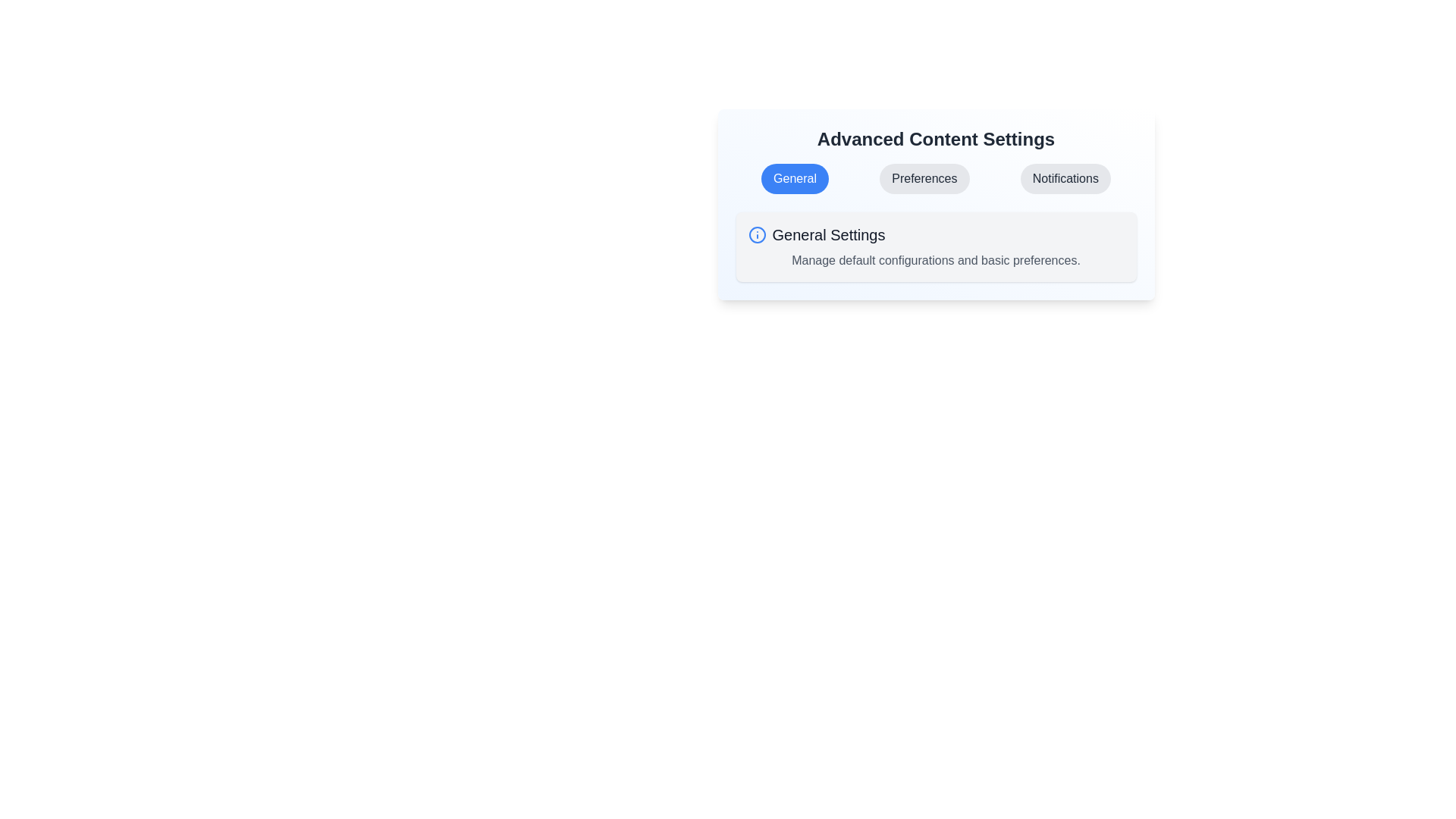  I want to click on information presented in the Information block with a light gray background titled 'General Settings' located beneath 'Advanced Content Settings', so click(935, 246).